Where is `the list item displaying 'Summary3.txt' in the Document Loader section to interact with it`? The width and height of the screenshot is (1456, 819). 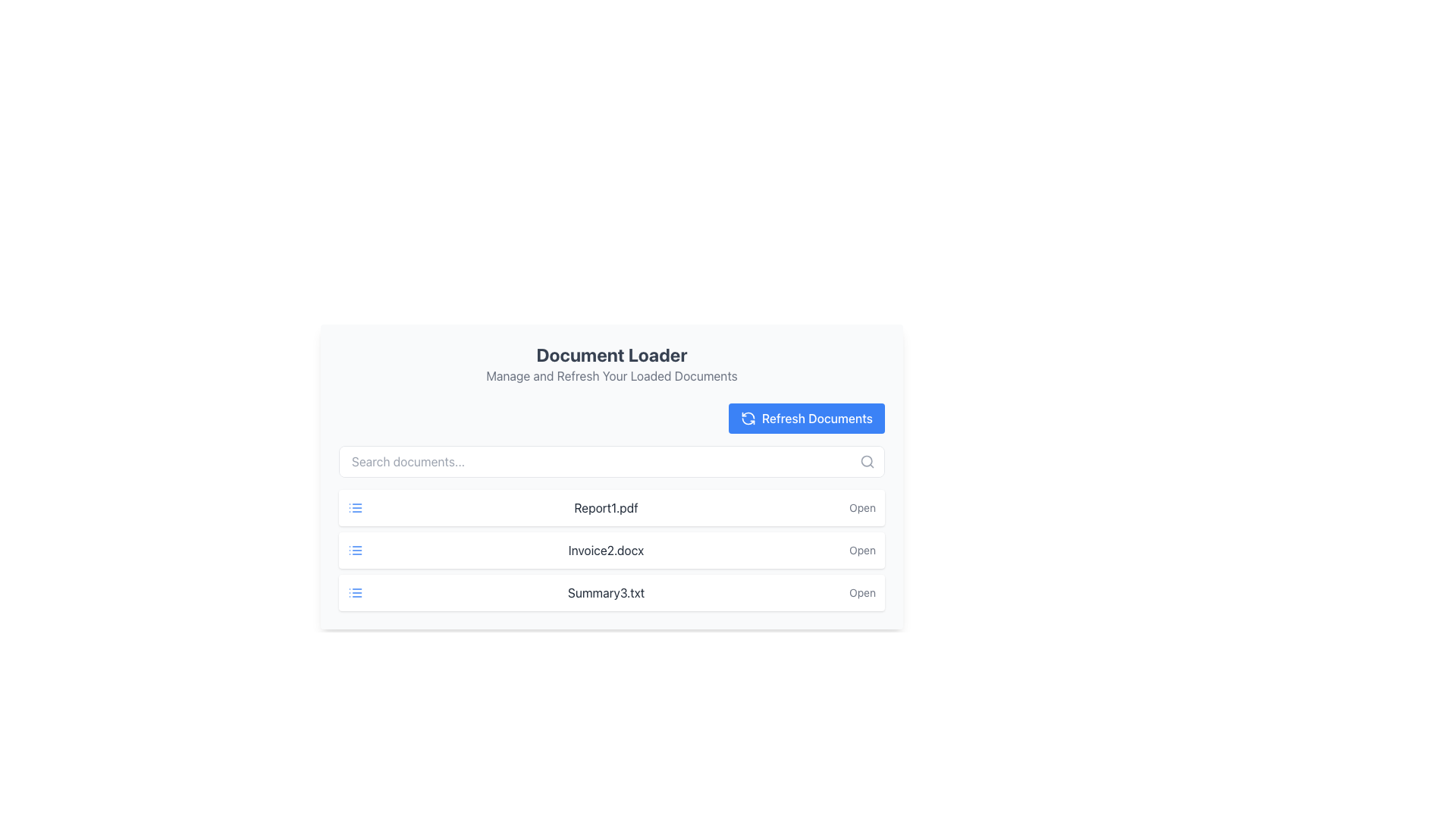 the list item displaying 'Summary3.txt' in the Document Loader section to interact with it is located at coordinates (611, 592).